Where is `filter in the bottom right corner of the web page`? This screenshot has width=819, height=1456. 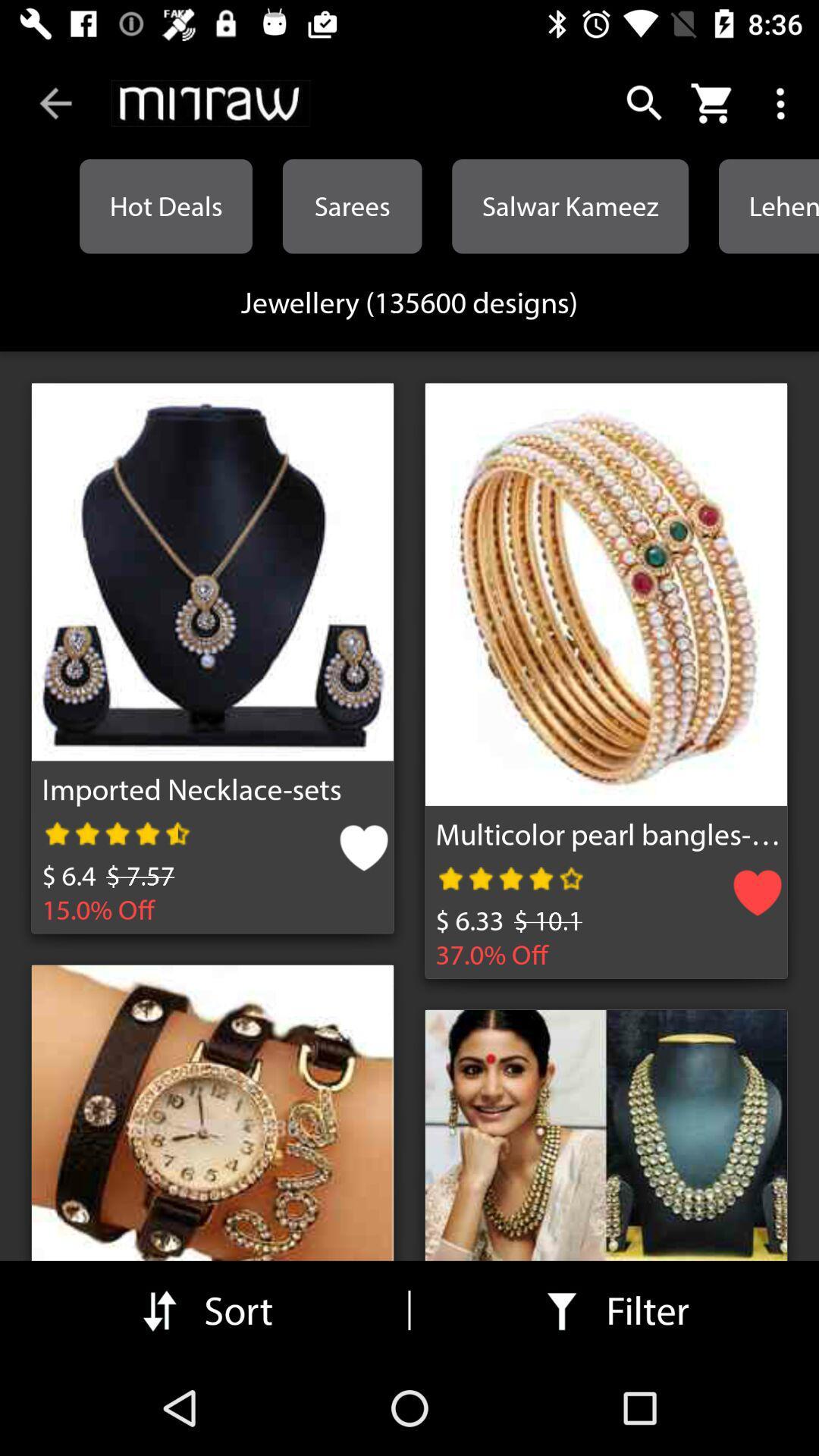 filter in the bottom right corner of the web page is located at coordinates (614, 1310).